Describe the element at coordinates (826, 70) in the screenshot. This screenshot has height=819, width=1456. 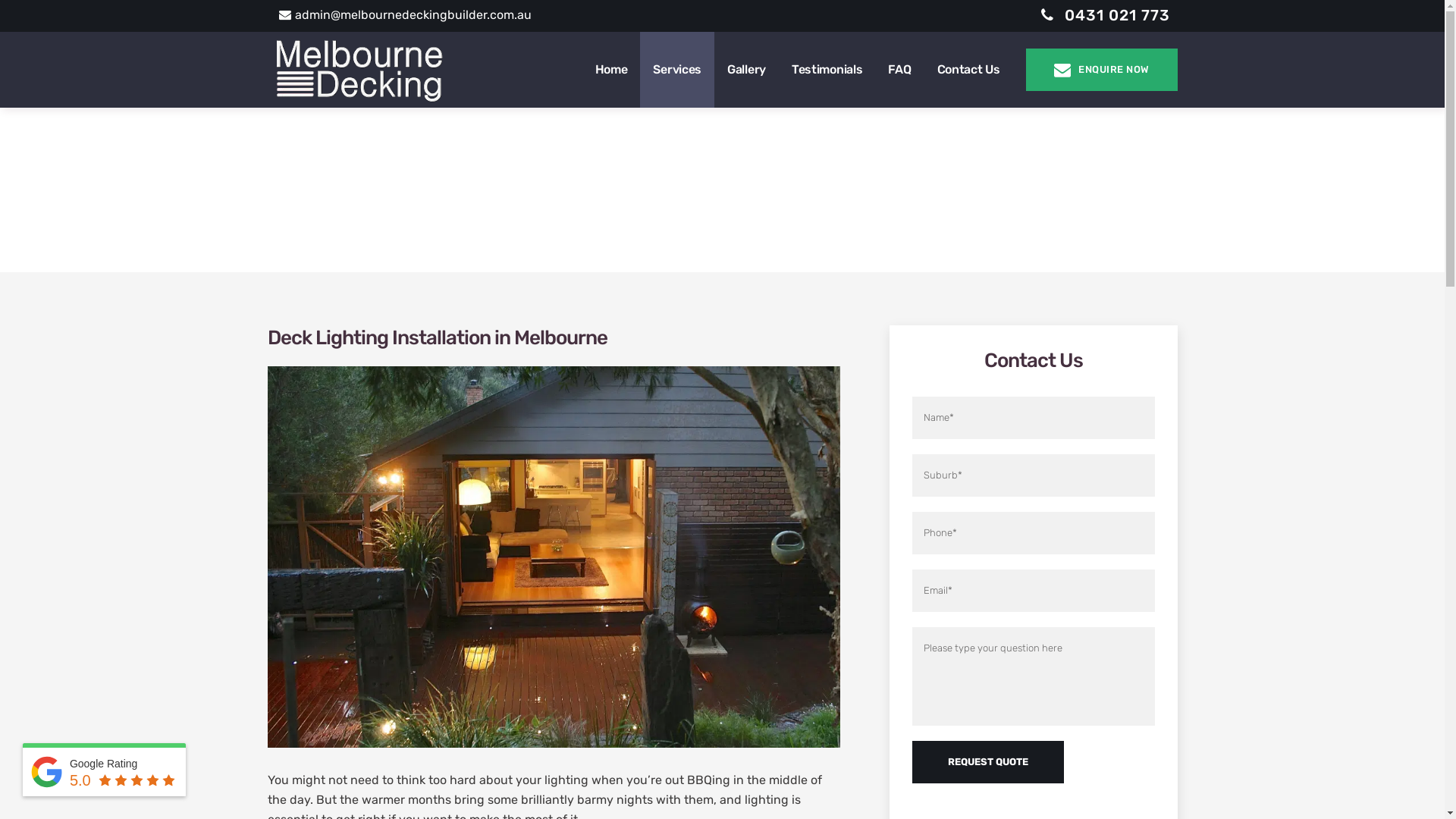
I see `'Testimonials'` at that location.